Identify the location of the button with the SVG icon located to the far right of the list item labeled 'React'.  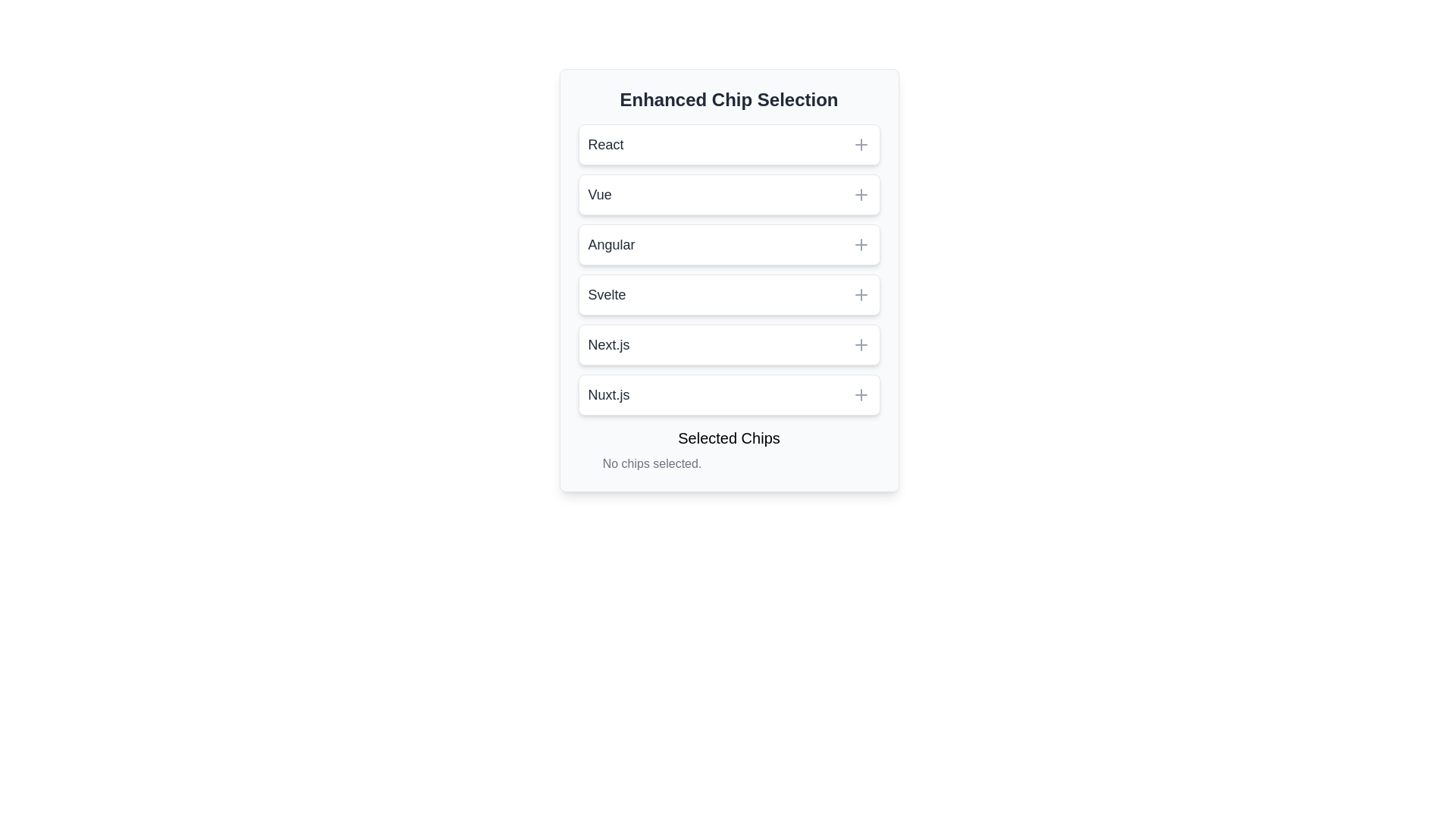
(861, 145).